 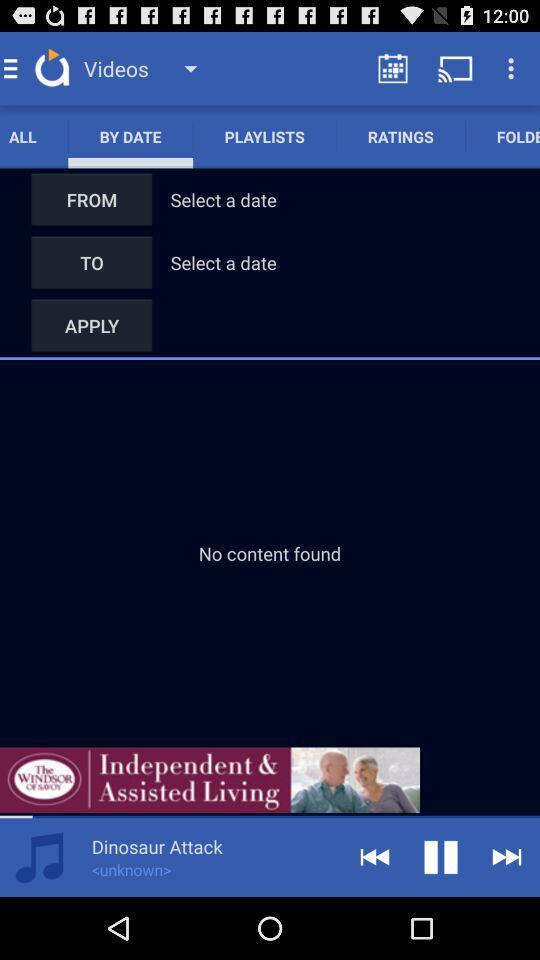 What do you see at coordinates (39, 917) in the screenshot?
I see `the music icon` at bounding box center [39, 917].